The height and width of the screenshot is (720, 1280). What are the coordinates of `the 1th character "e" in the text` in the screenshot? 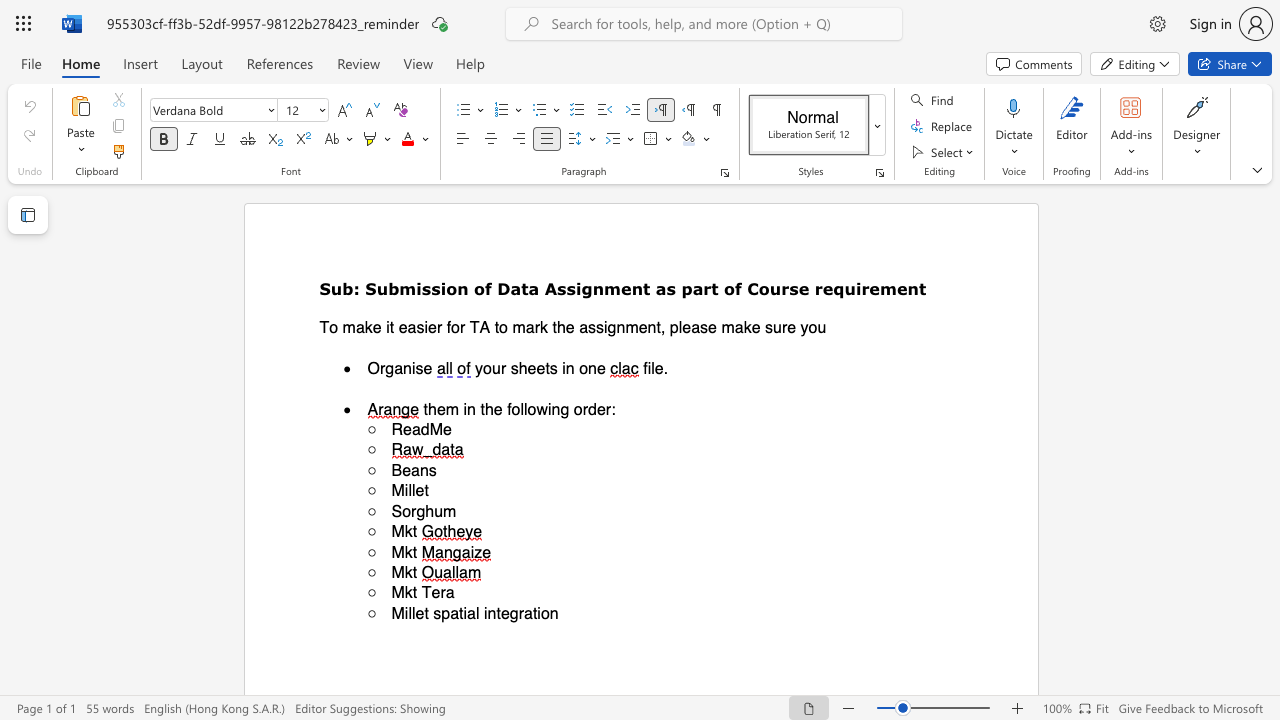 It's located at (418, 612).